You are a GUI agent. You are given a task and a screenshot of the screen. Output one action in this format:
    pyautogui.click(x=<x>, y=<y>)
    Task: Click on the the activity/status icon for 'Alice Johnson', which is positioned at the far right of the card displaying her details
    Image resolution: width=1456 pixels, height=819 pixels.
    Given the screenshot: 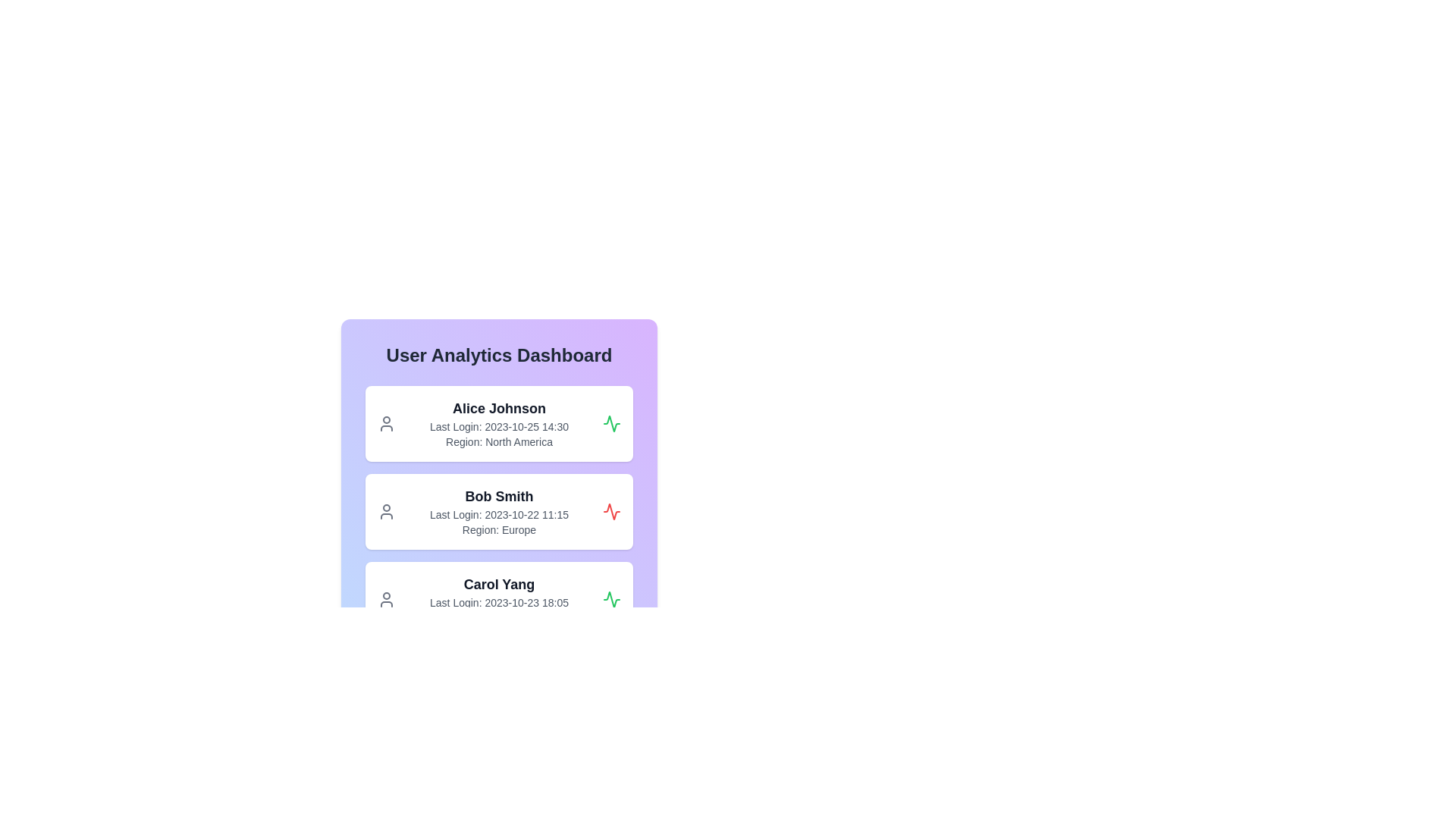 What is the action you would take?
    pyautogui.click(x=611, y=424)
    